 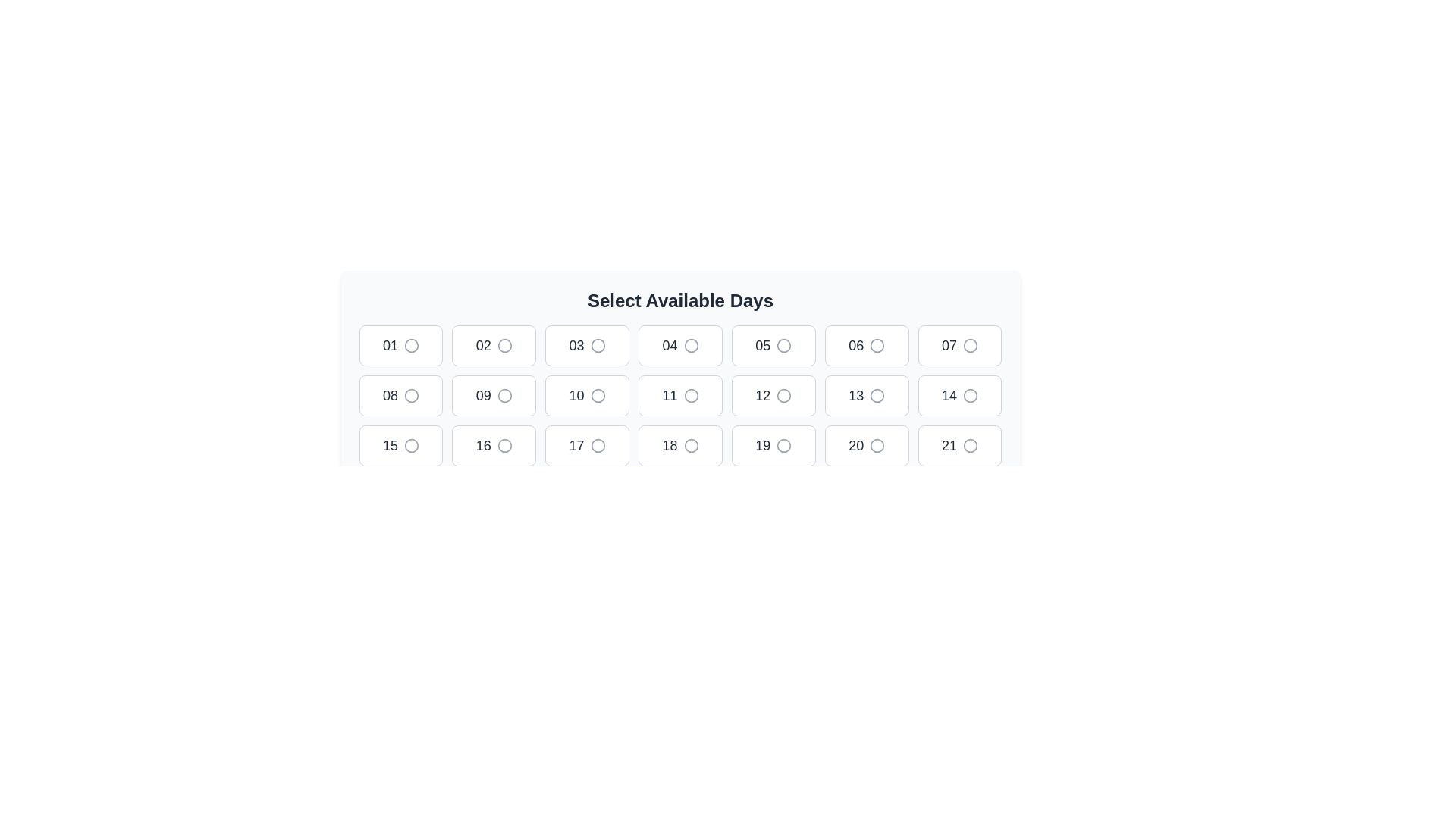 What do you see at coordinates (959, 444) in the screenshot?
I see `the button located in the third row and seventh column of the grid layout` at bounding box center [959, 444].